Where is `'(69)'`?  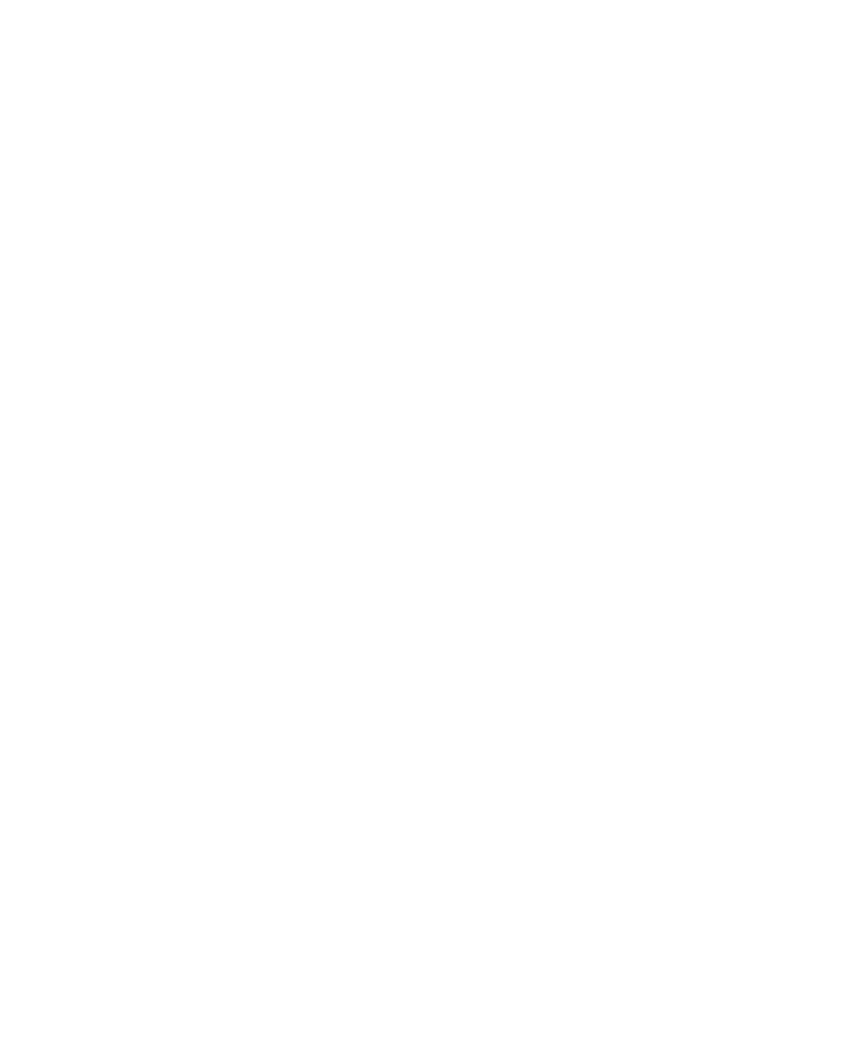
'(69)' is located at coordinates (180, 773).